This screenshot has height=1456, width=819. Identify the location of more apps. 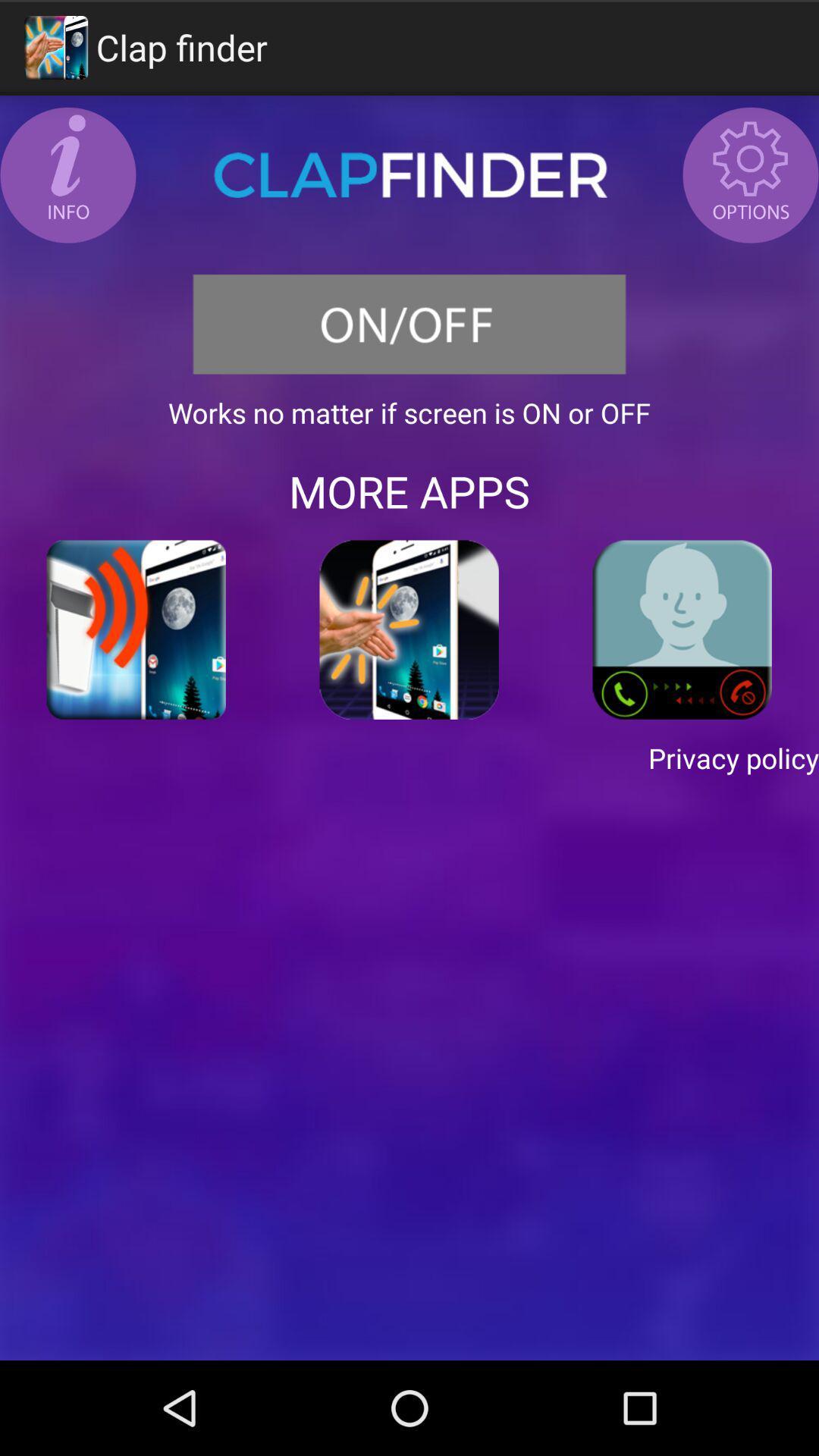
(409, 491).